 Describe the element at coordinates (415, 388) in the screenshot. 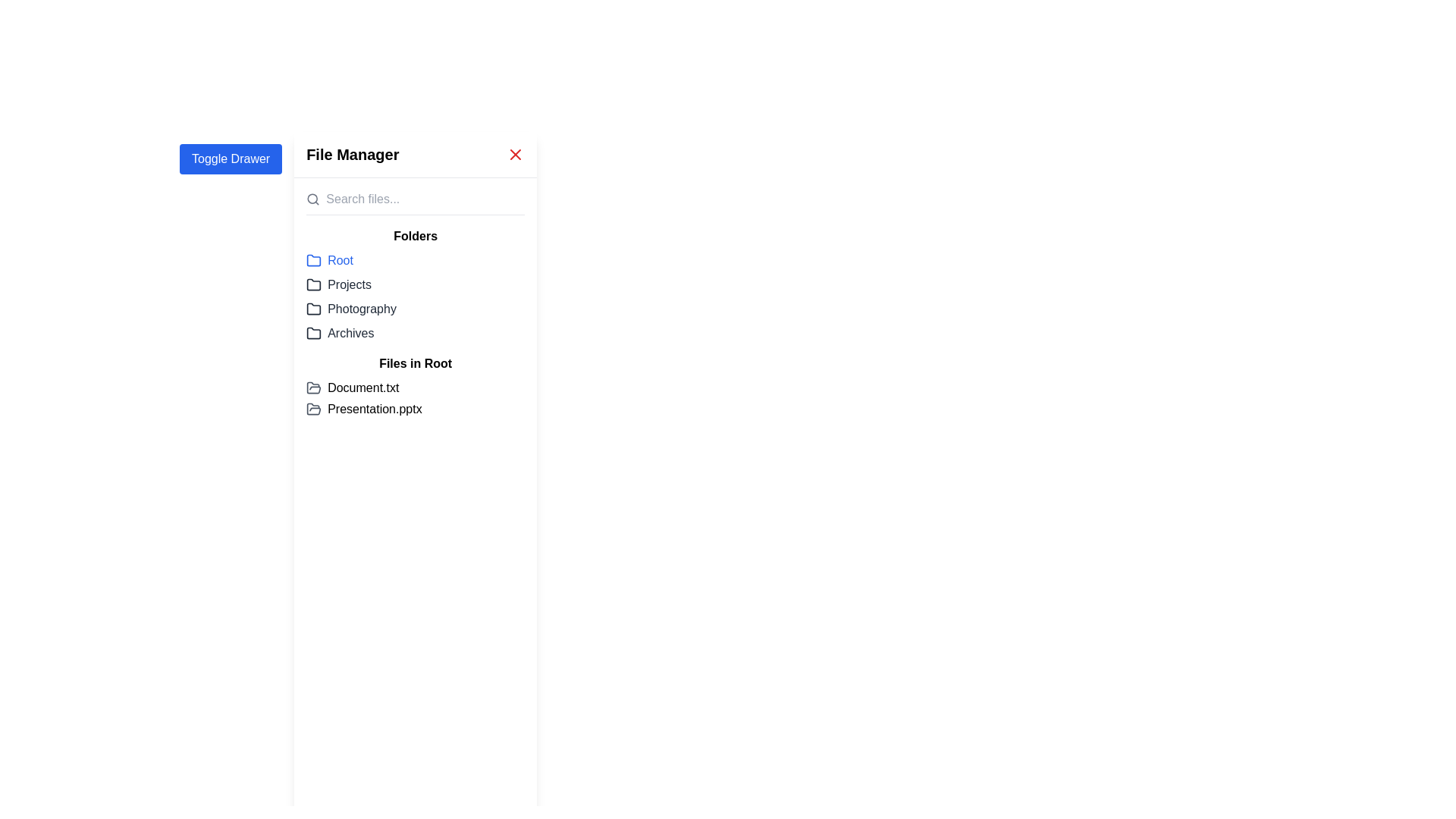

I see `on the first file entry labeled 'Document.txt' located in the 'Files in Root' section of the file management panel` at that location.